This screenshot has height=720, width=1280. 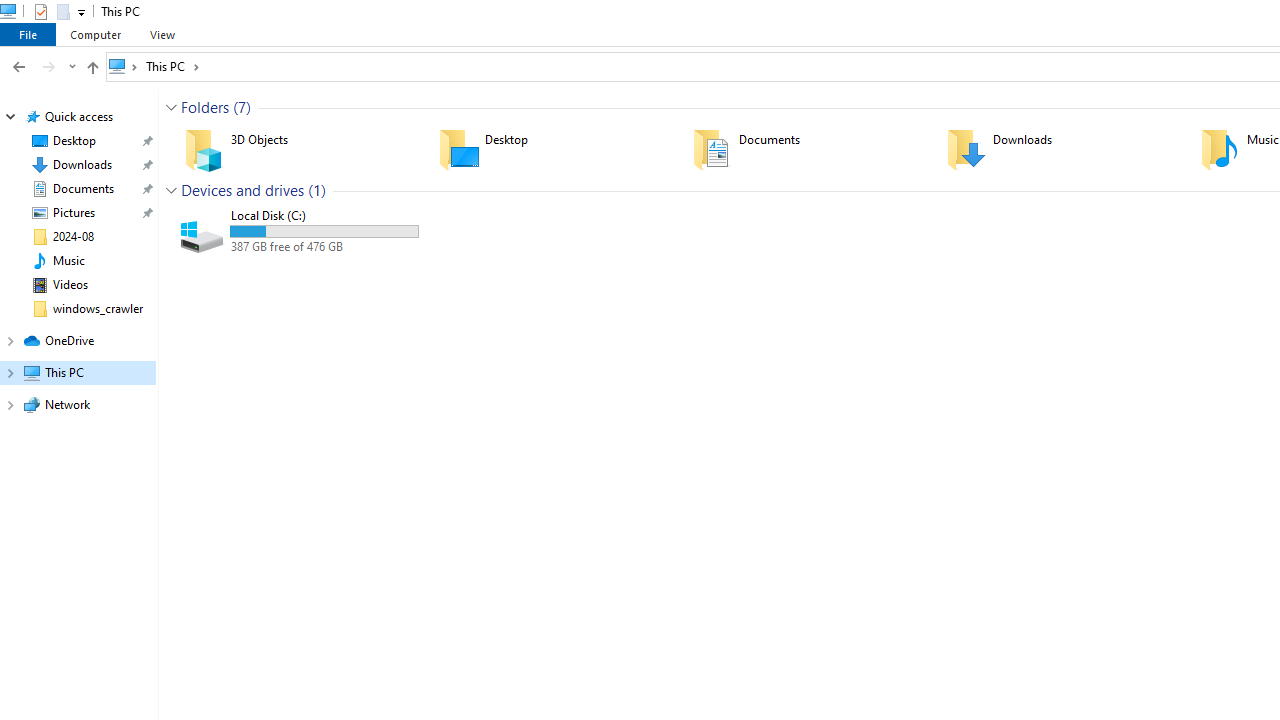 I want to click on 'View', so click(x=162, y=34).